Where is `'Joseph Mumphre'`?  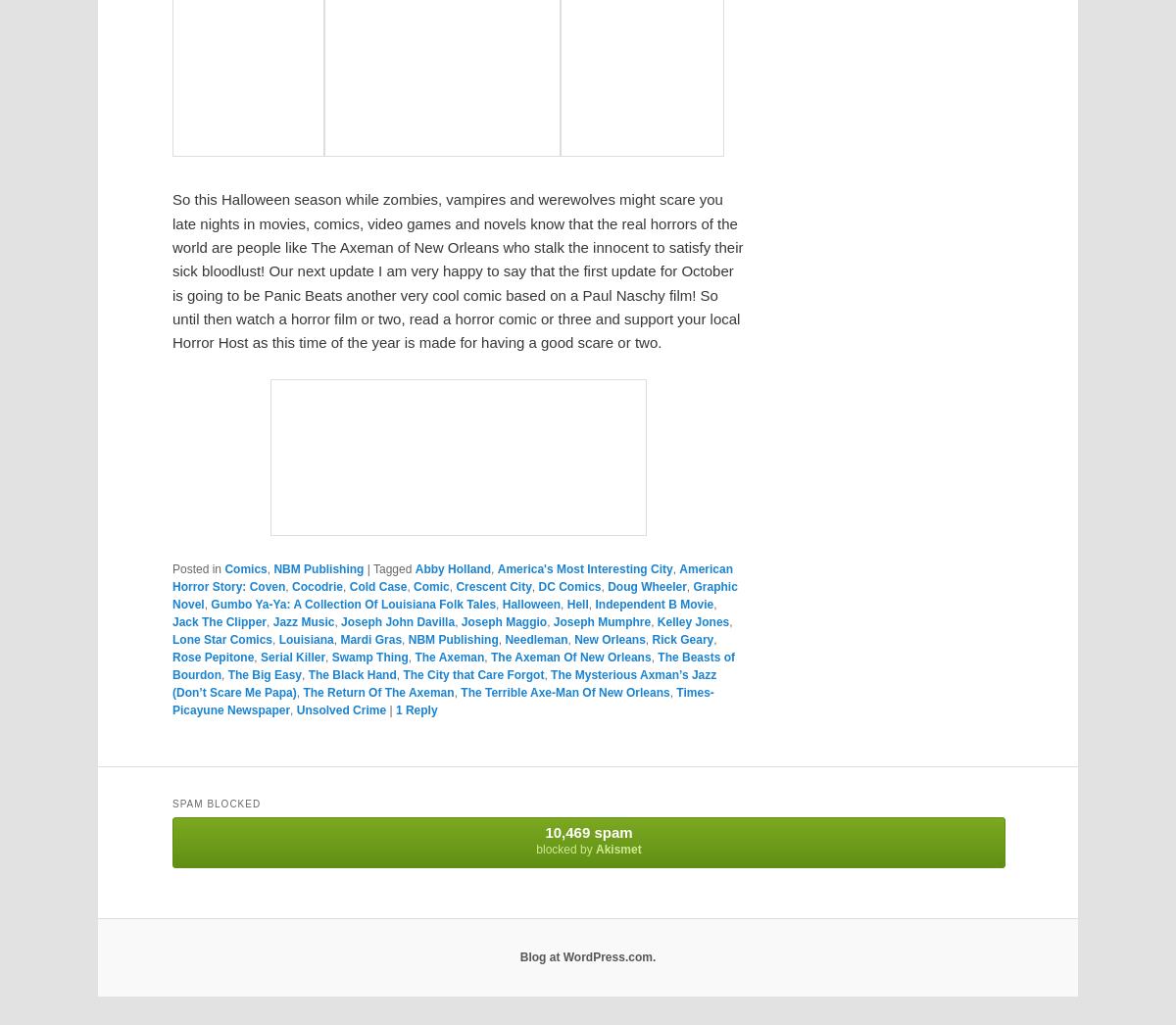 'Joseph Mumphre' is located at coordinates (602, 619).